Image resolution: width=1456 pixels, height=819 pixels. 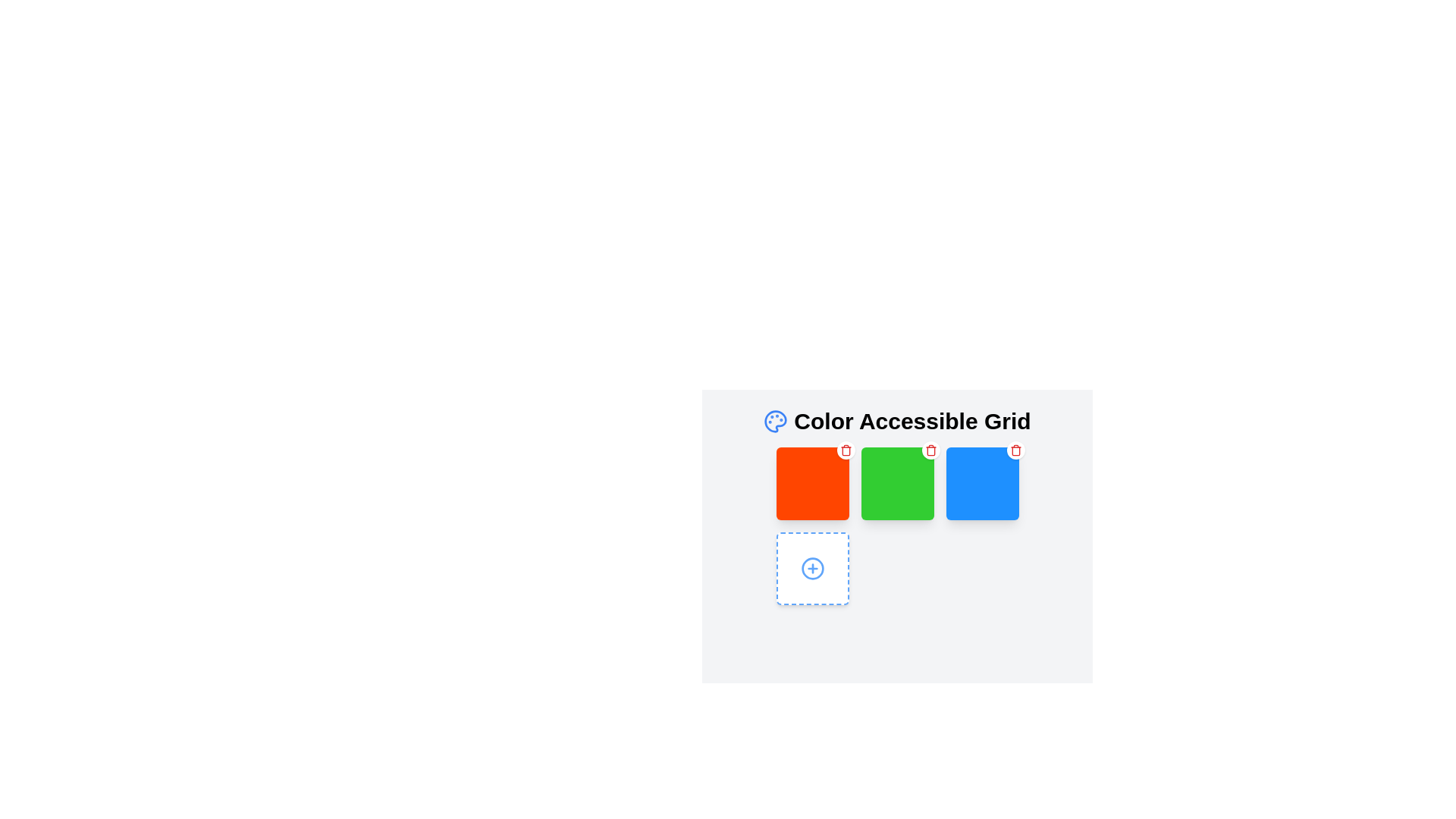 I want to click on the 'Add' or 'Create' icon button located in the fourth cell of the grid, so click(x=811, y=568).